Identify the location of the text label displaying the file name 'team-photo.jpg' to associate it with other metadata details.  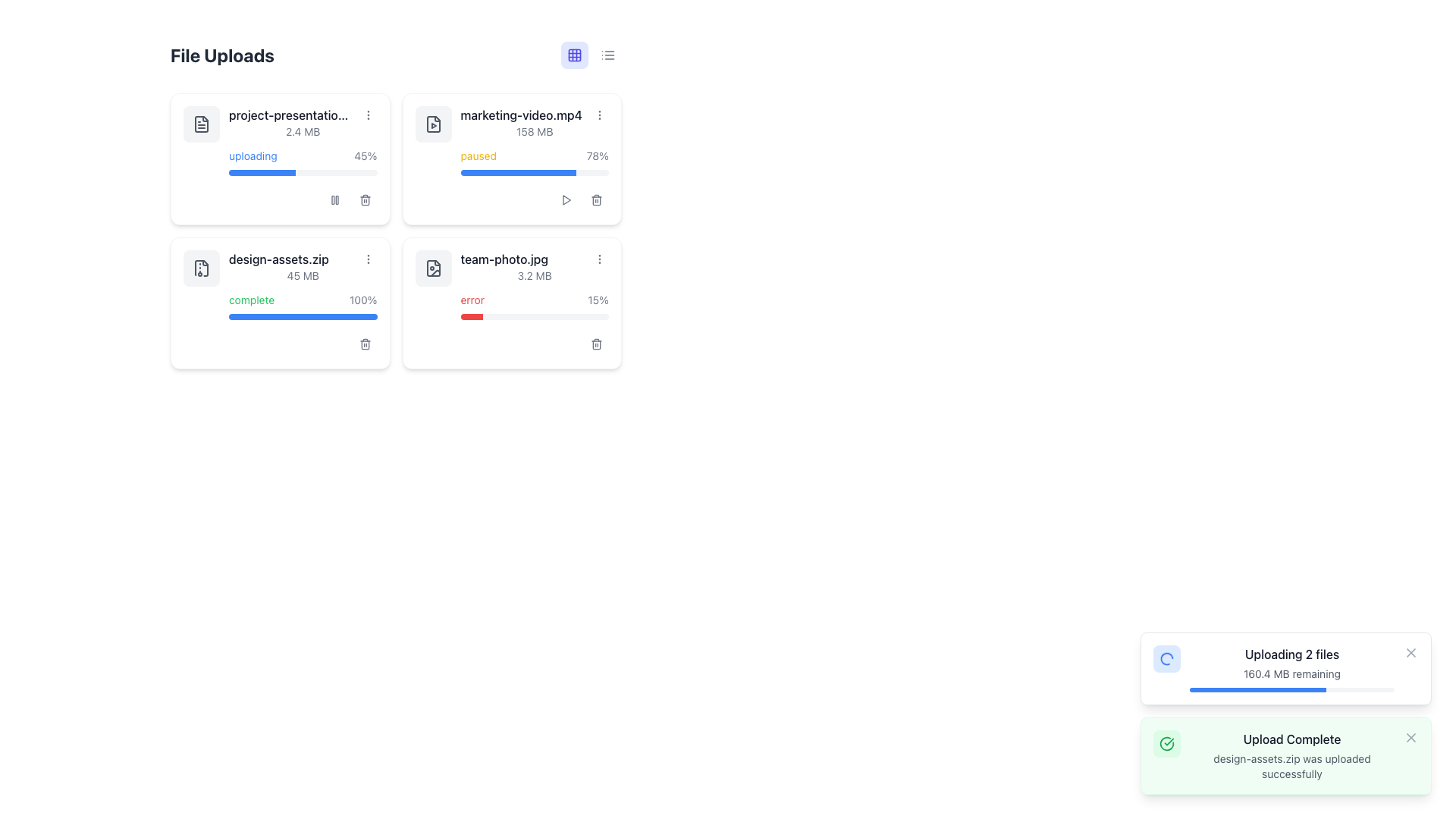
(535, 259).